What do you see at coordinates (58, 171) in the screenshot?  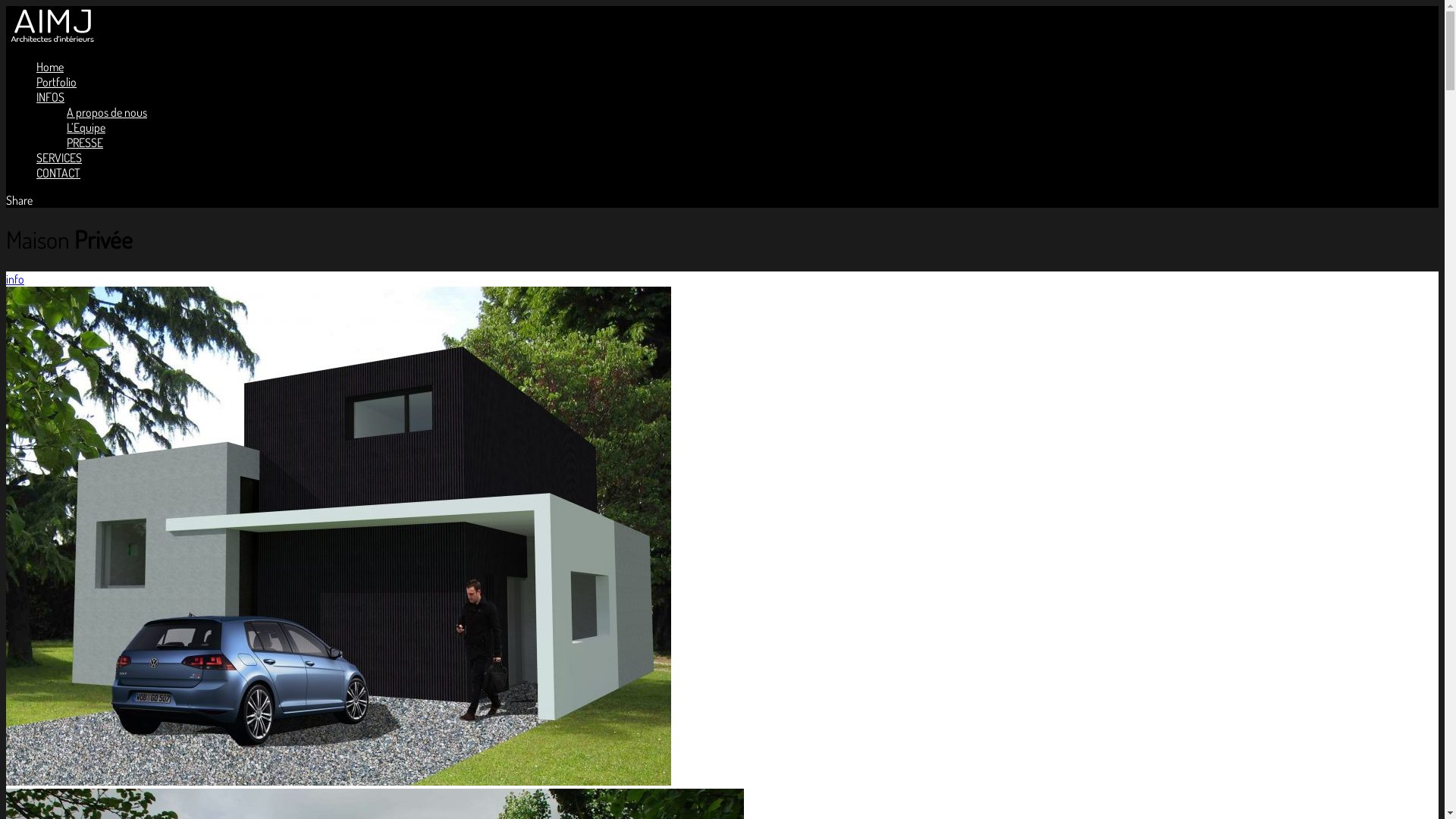 I see `'CONTACT'` at bounding box center [58, 171].